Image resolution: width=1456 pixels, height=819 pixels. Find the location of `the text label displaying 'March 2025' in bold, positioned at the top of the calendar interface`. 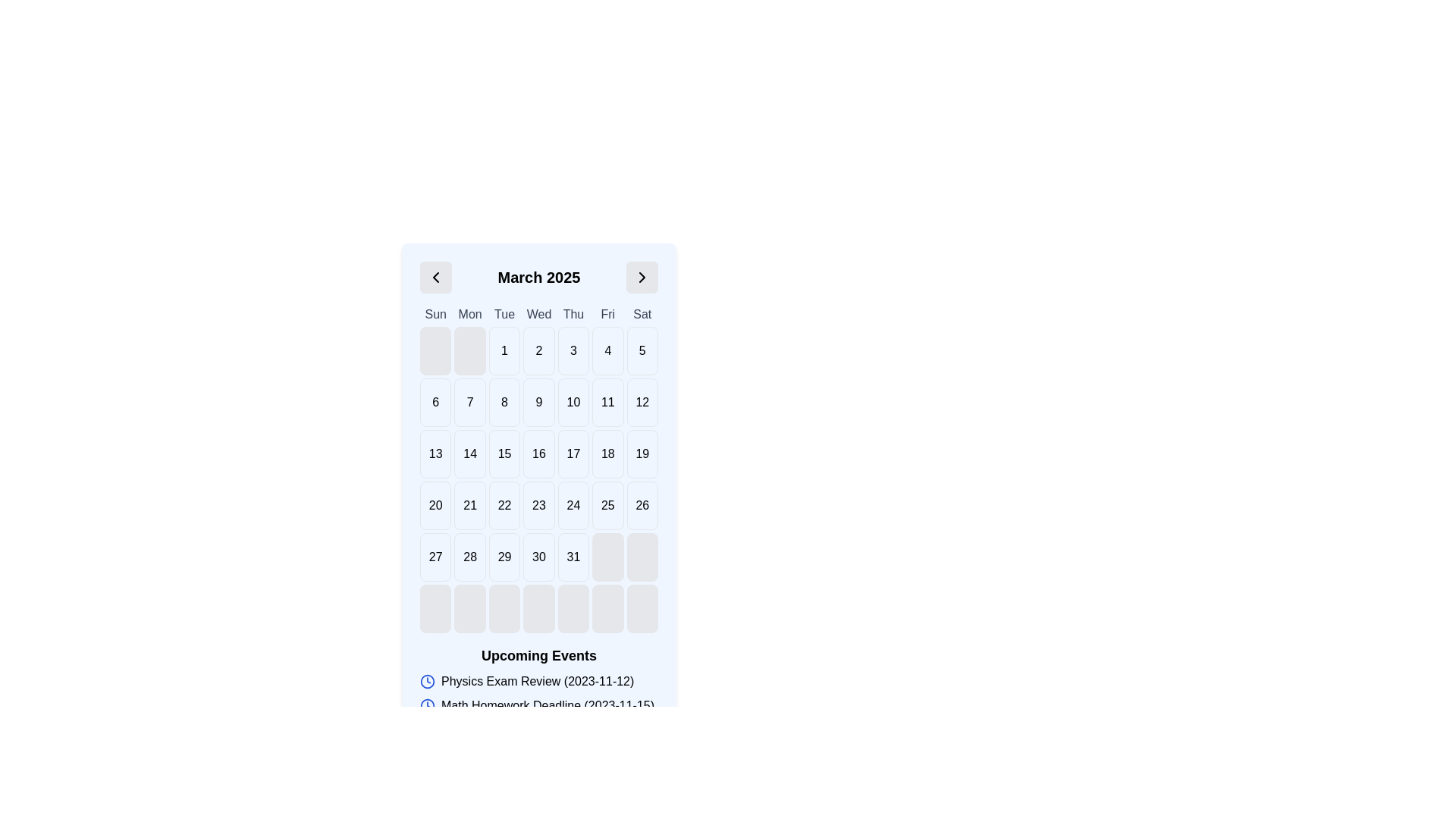

the text label displaying 'March 2025' in bold, positioned at the top of the calendar interface is located at coordinates (538, 278).